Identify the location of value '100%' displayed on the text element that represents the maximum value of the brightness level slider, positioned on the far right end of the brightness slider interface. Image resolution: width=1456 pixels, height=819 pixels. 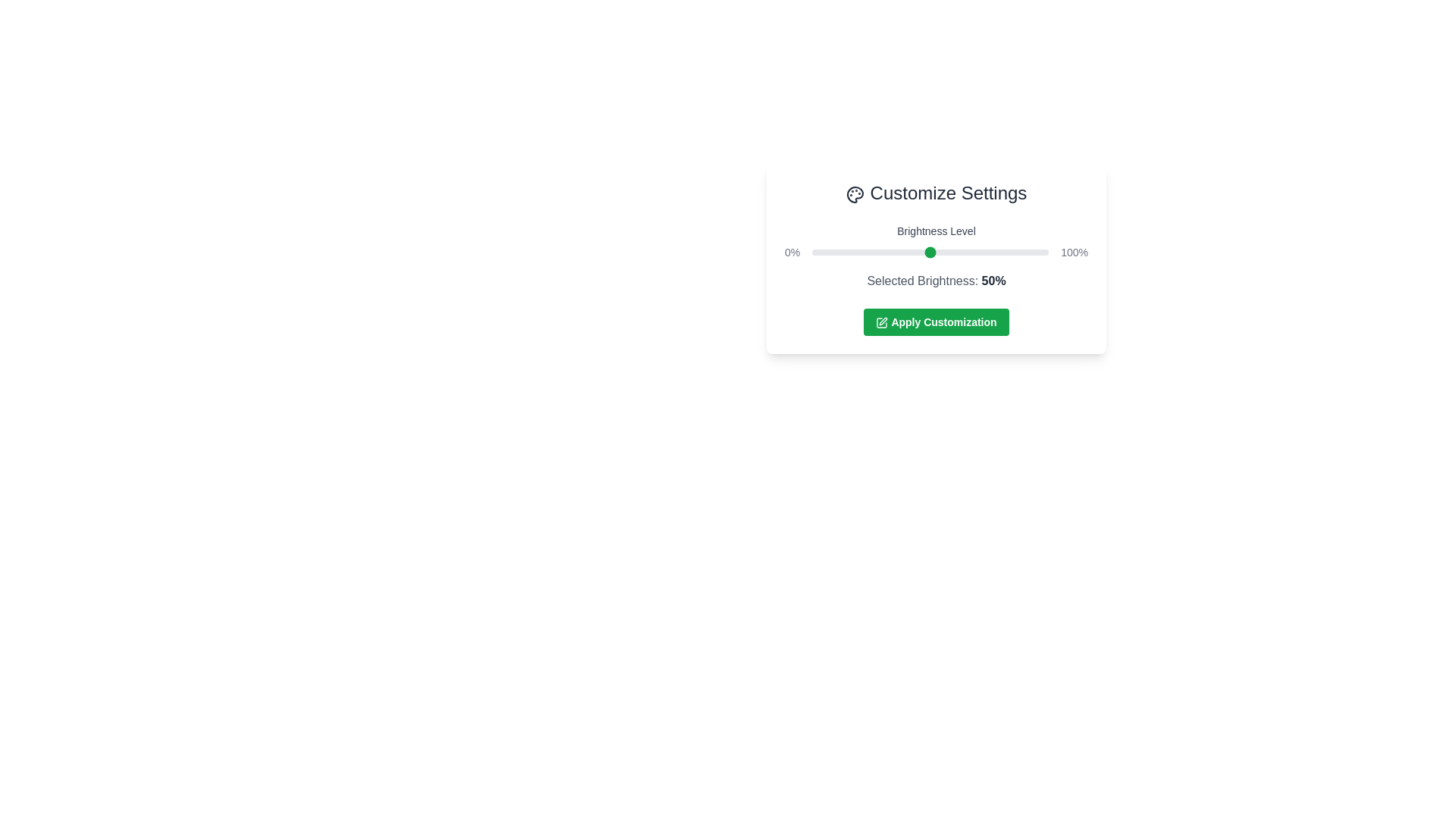
(1074, 251).